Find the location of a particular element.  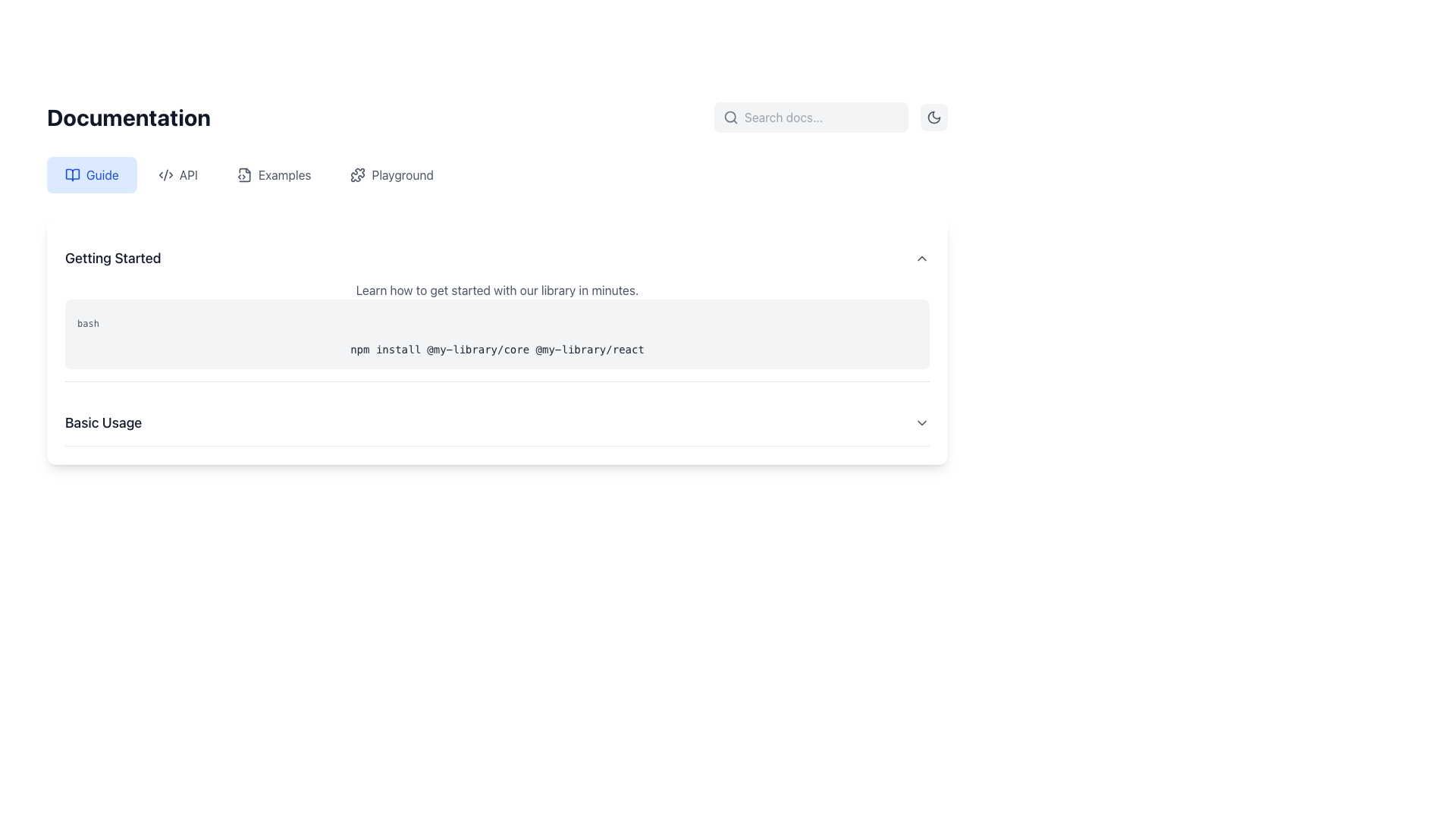

the rounded square-shaped button with a gray background and a moon icon in the center, located in the top-right corner of the UI is located at coordinates (934, 116).